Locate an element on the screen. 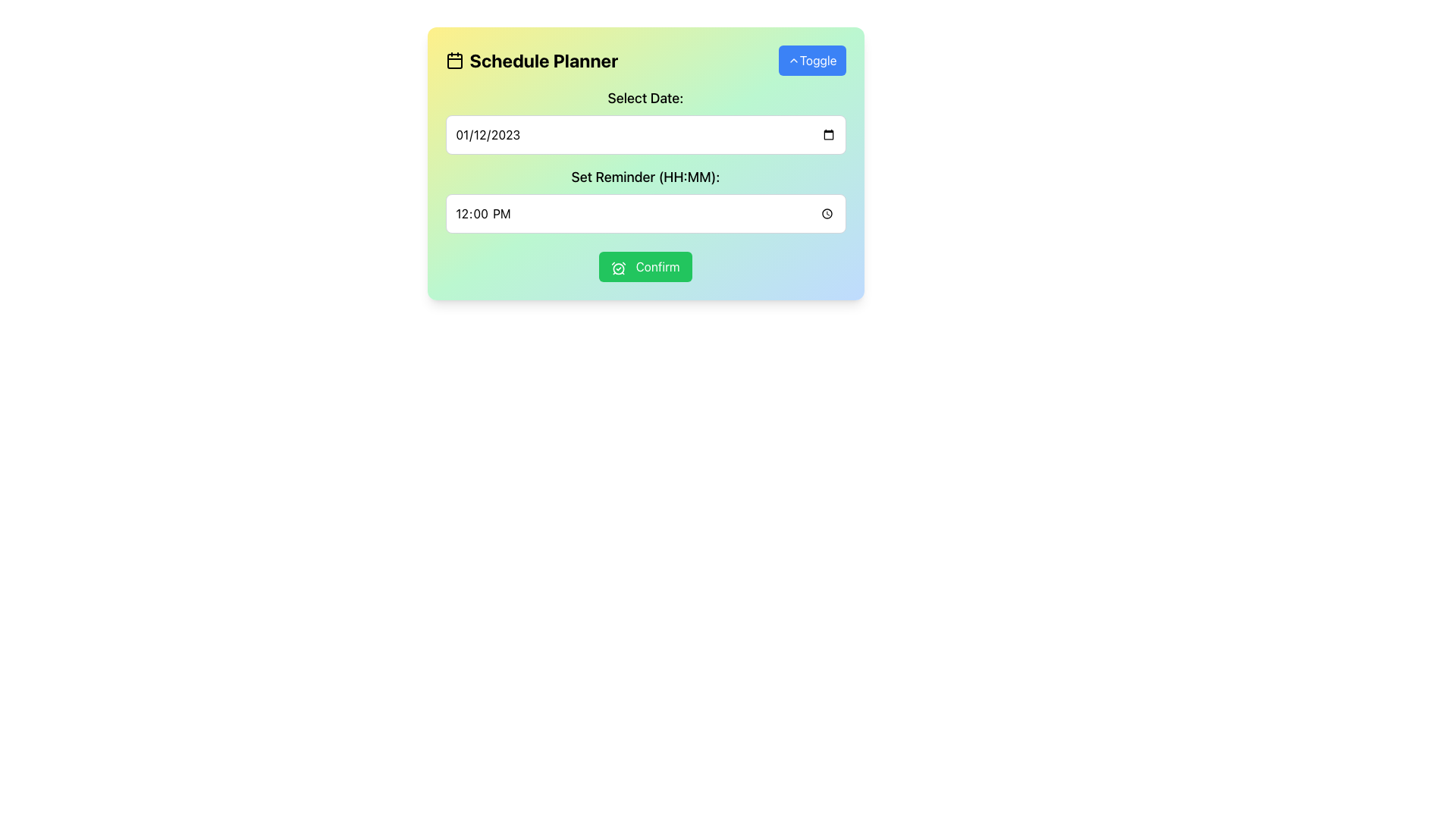 Image resolution: width=1456 pixels, height=819 pixels. the calendar icon located to the left of the 'Schedule Planner' title at the top of the interface is located at coordinates (453, 61).